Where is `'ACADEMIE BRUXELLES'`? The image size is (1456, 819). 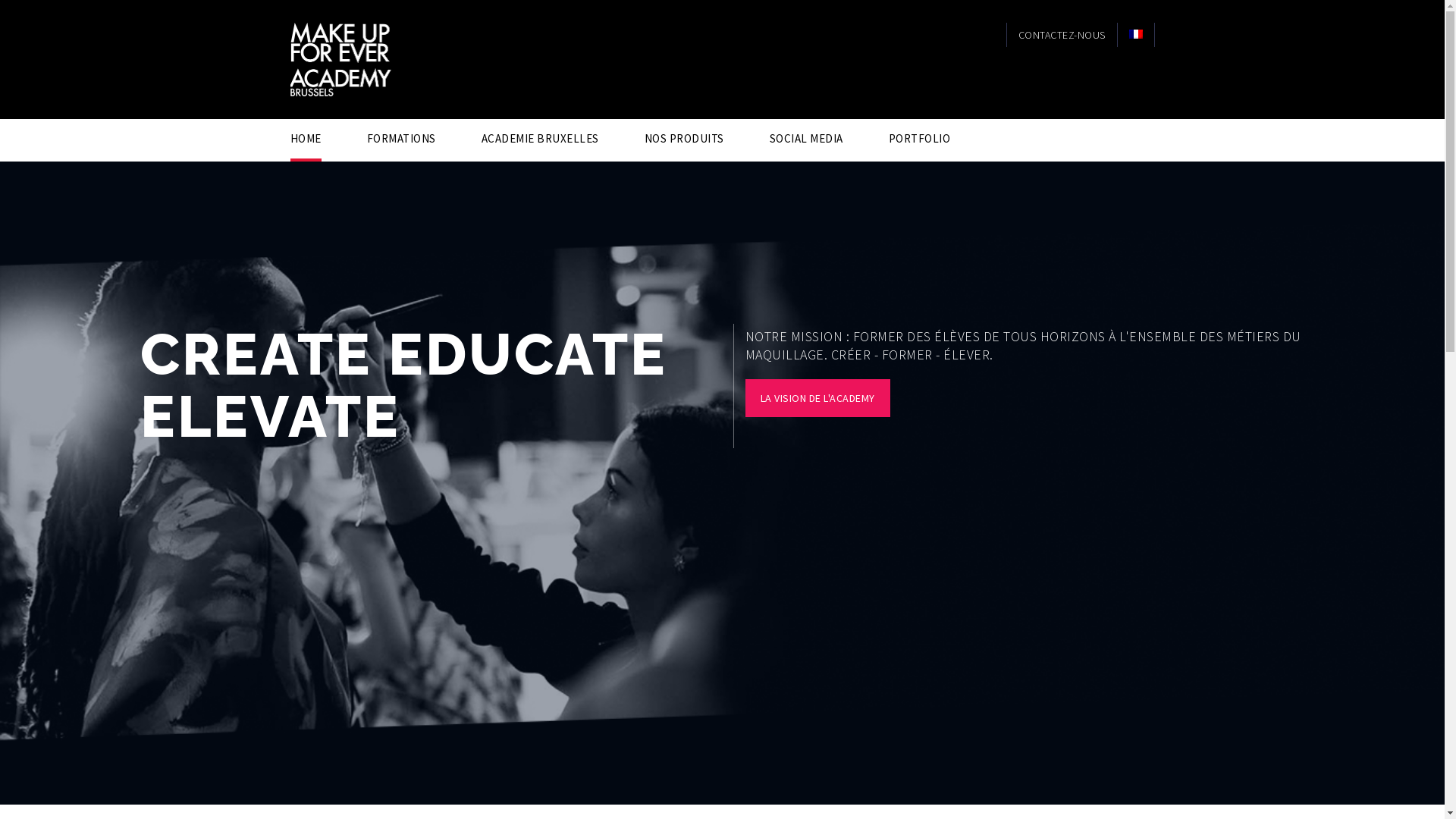
'ACADEMIE BRUXELLES' is located at coordinates (479, 137).